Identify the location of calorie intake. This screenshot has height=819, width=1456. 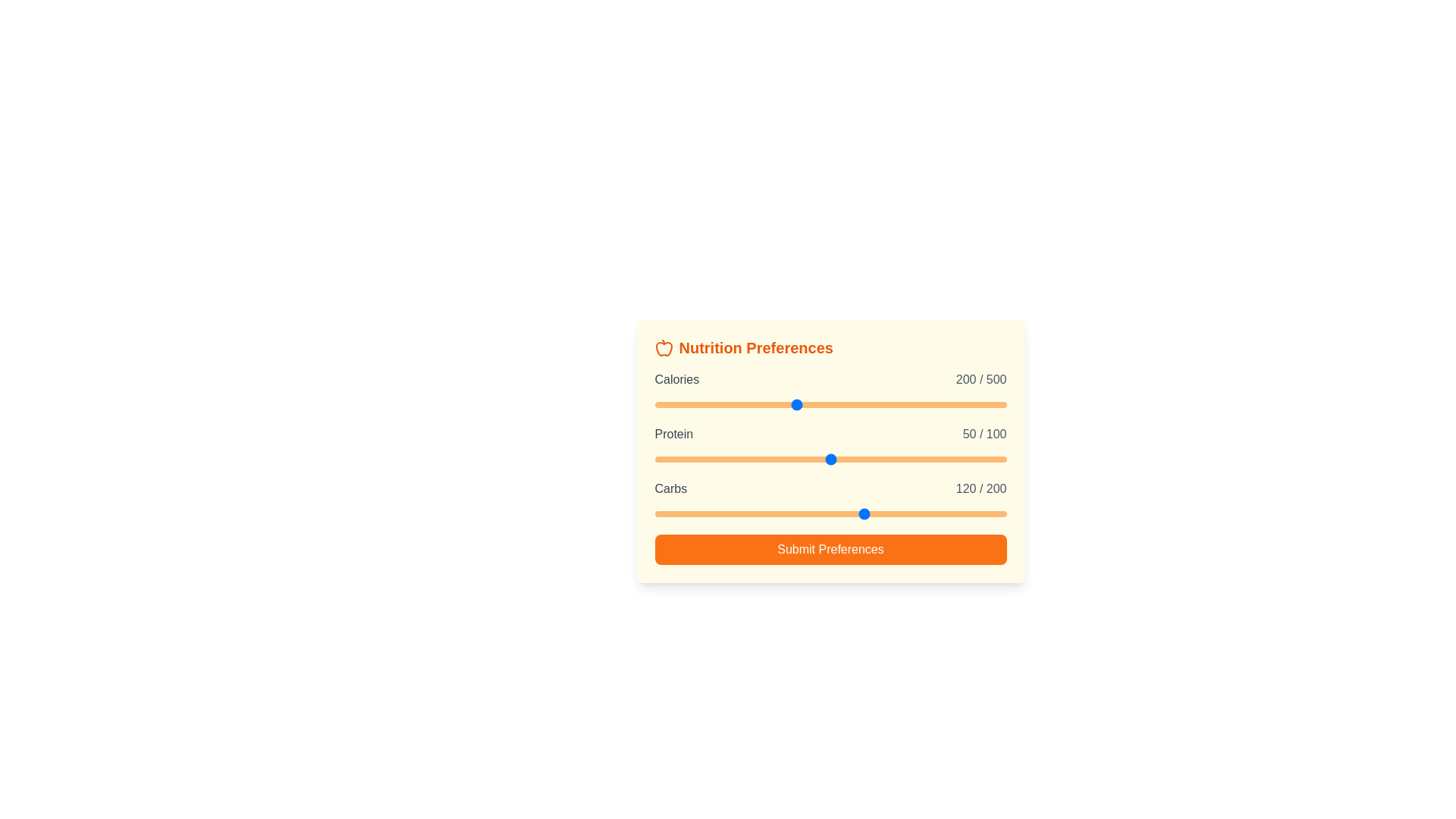
(1003, 403).